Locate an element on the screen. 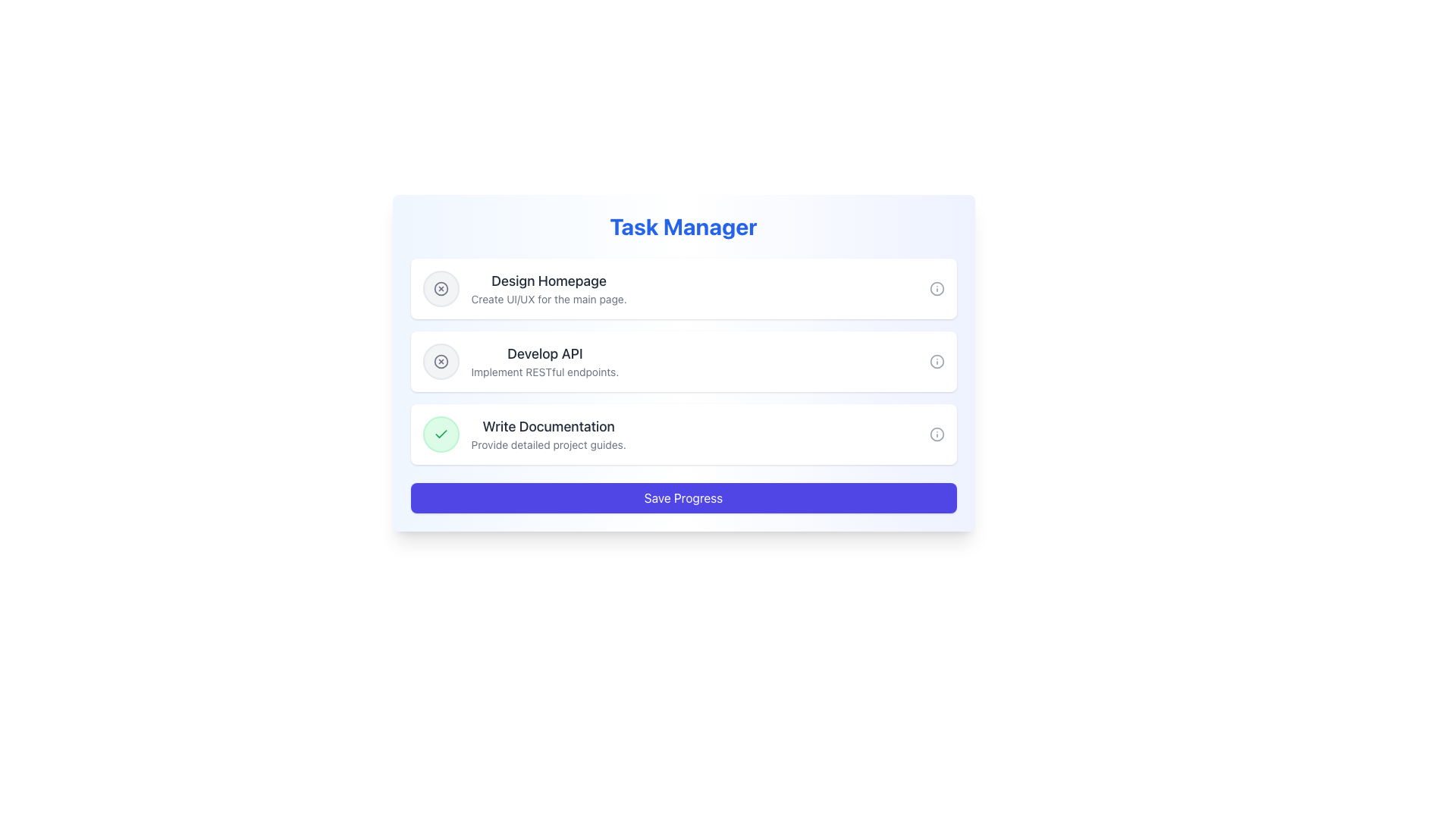  text label displaying 'Create UI/UX for the main page.' which is located below the title 'Design Homepage.' is located at coordinates (548, 299).